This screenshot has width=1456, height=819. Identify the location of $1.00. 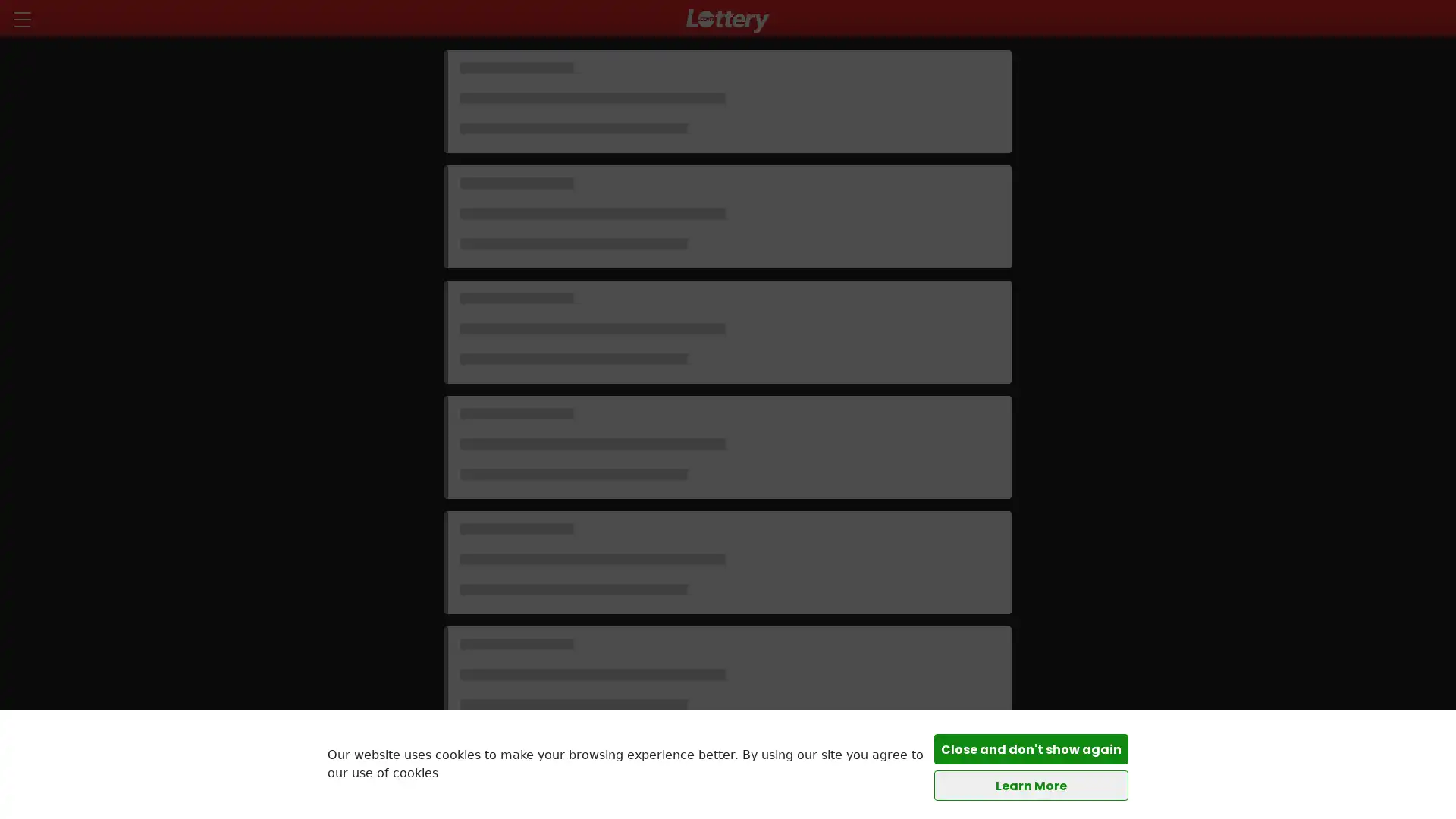
(963, 356).